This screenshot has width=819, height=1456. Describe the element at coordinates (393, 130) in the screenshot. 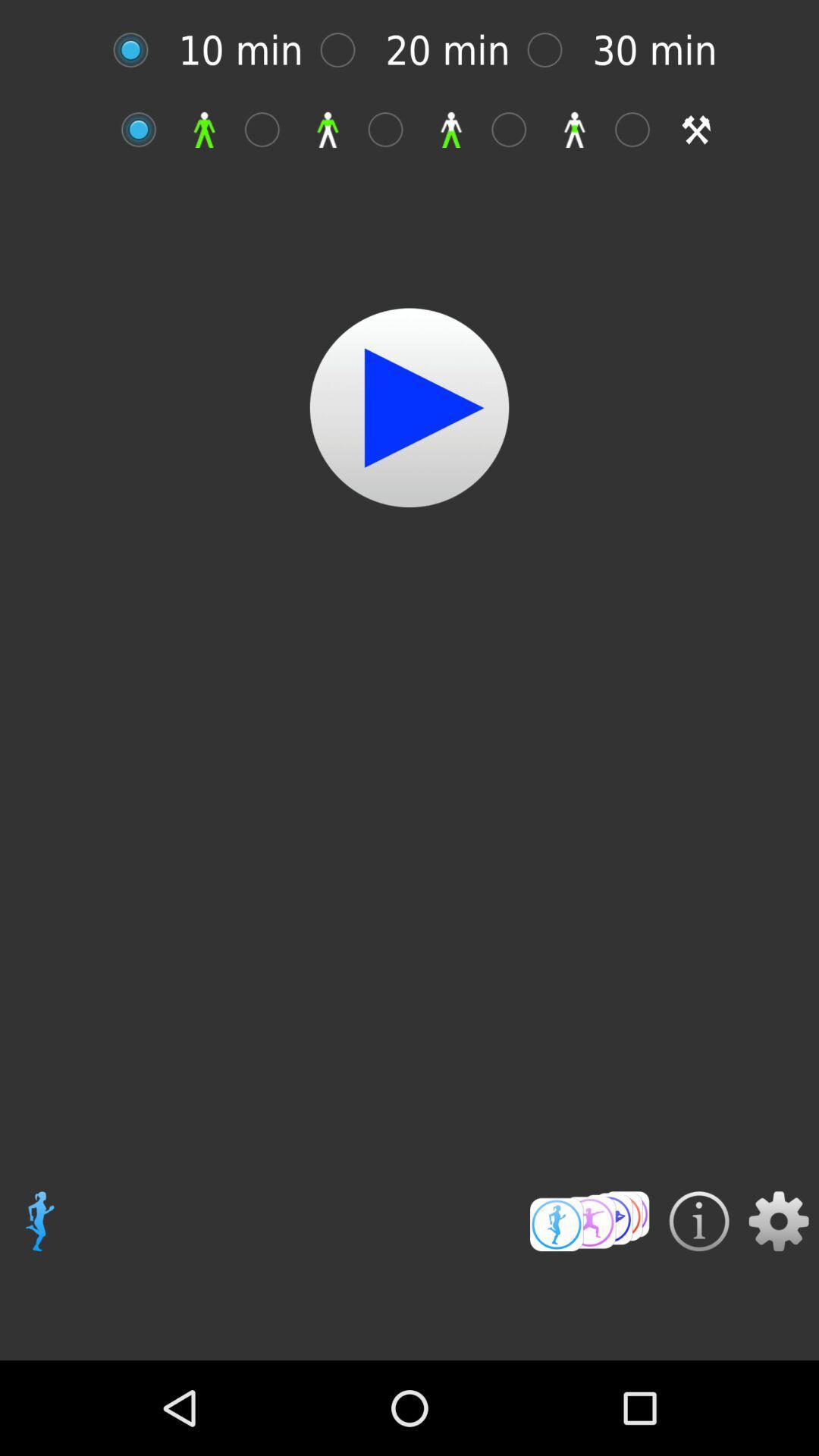

I see `third option` at that location.